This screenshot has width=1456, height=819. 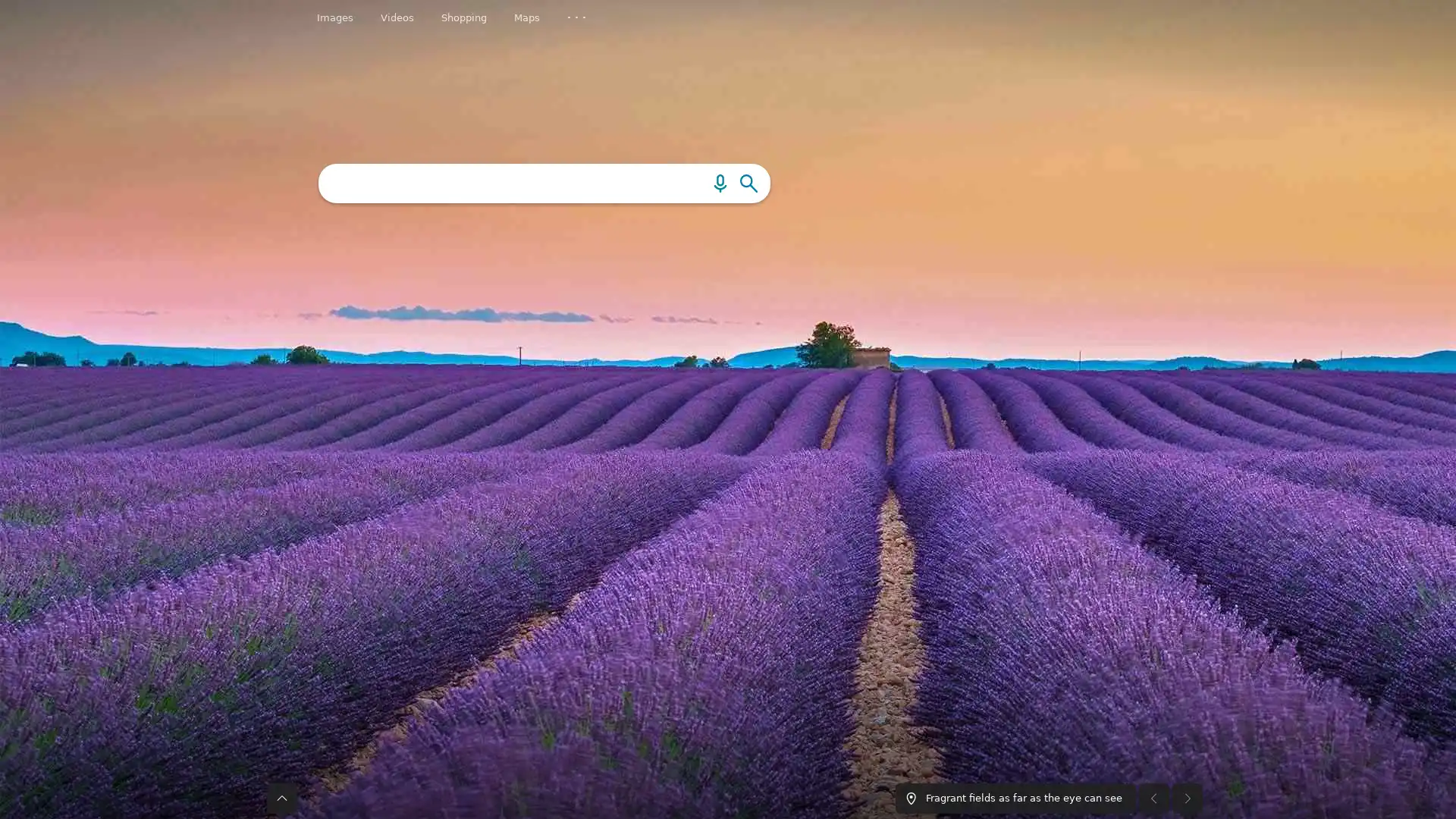 I want to click on Next image, so click(x=1186, y=542).